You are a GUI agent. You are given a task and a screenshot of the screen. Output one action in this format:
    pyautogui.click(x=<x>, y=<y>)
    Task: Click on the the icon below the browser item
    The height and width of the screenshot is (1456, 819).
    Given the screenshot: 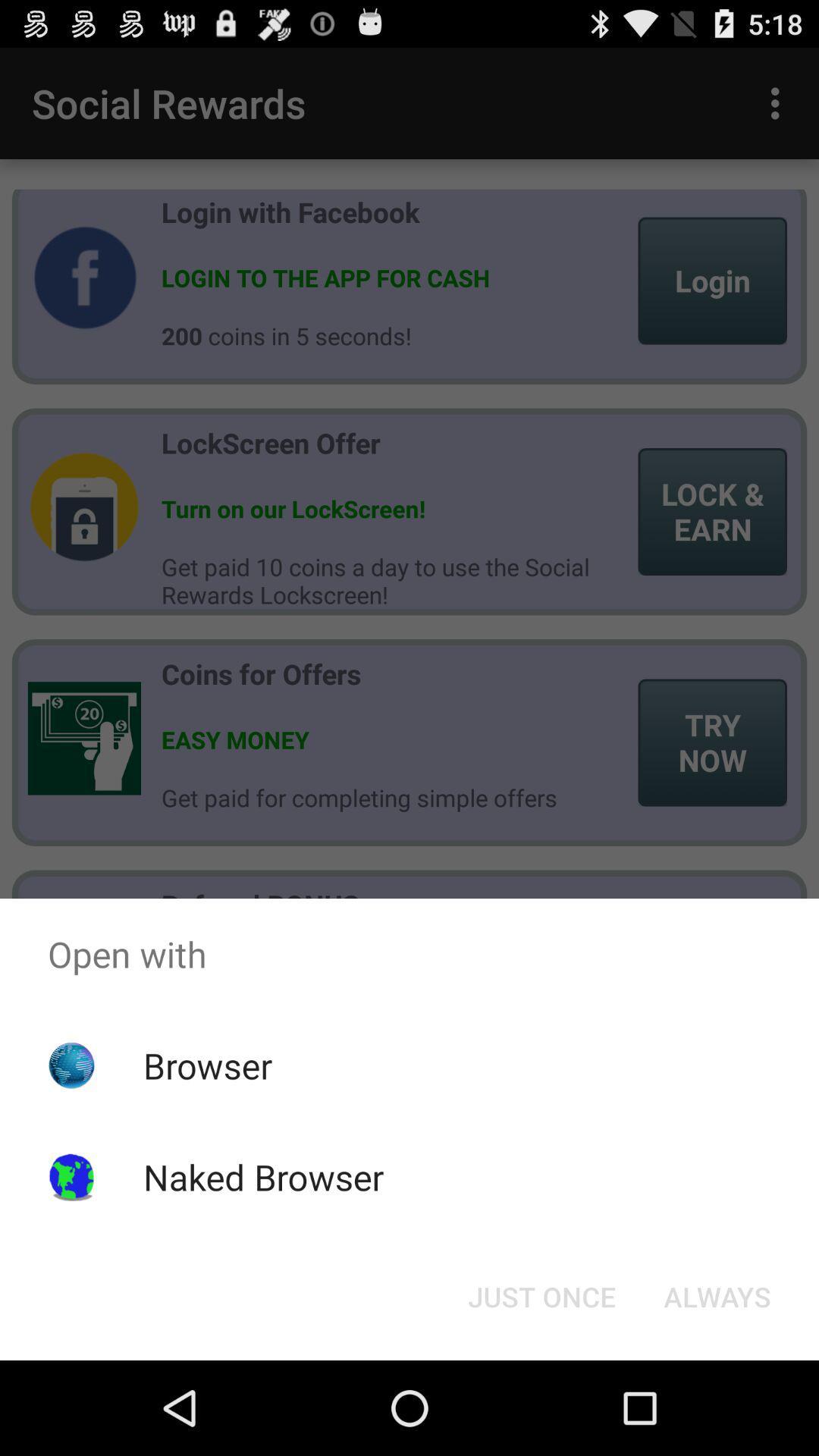 What is the action you would take?
    pyautogui.click(x=262, y=1176)
    